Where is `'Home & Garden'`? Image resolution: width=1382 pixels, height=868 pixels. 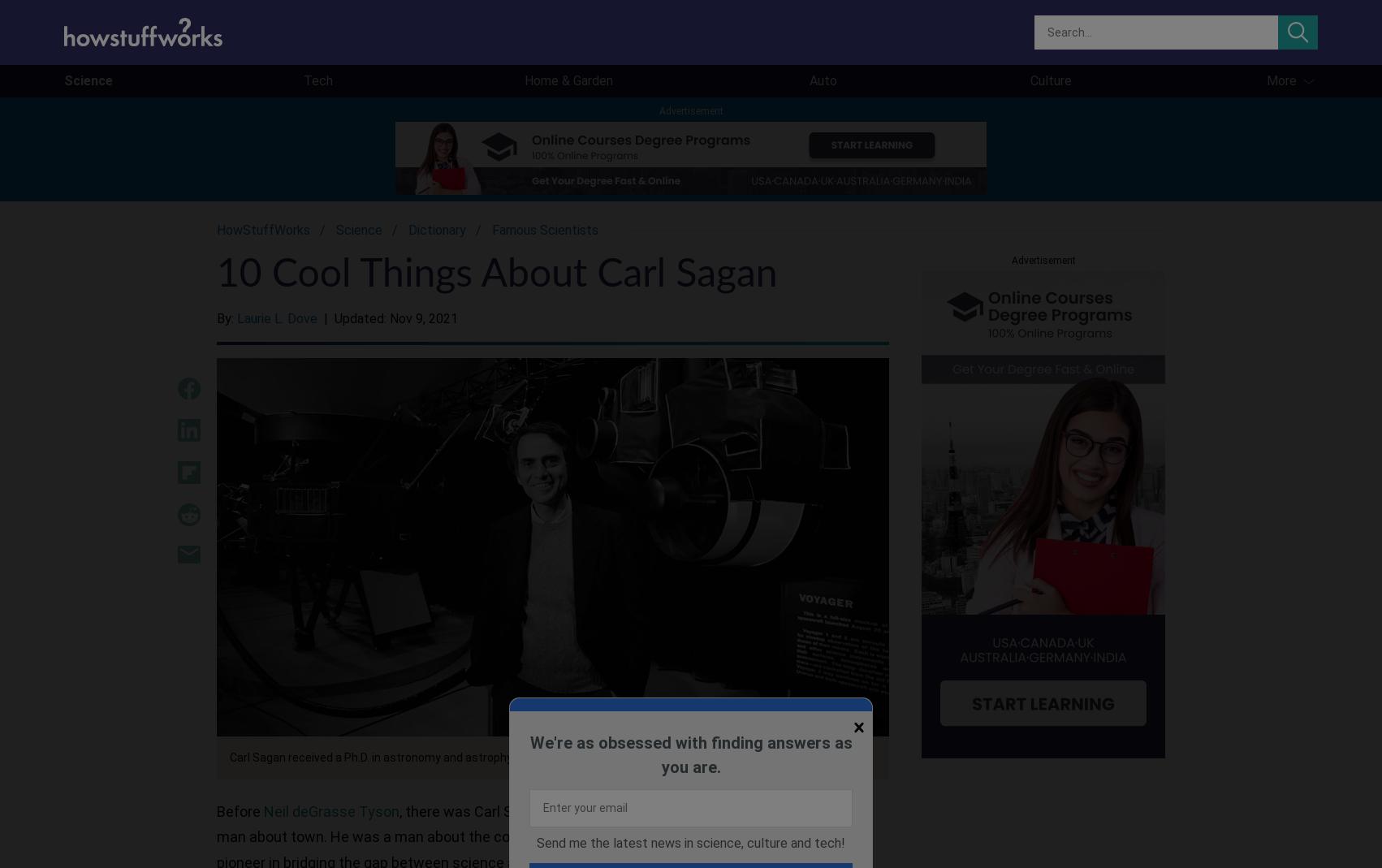
'Home & Garden' is located at coordinates (568, 80).